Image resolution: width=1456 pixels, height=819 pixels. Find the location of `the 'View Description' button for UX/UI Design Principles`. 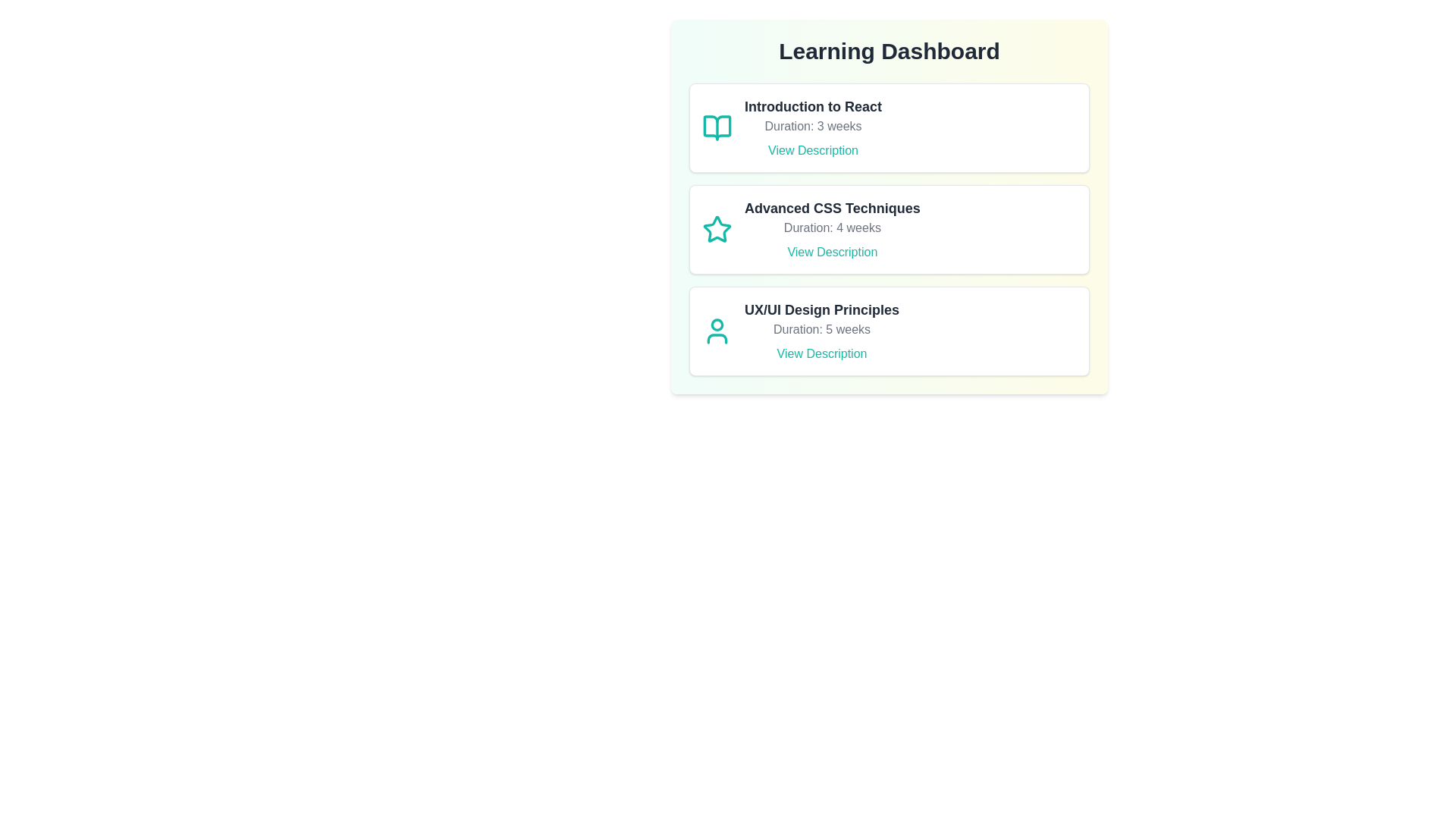

the 'View Description' button for UX/UI Design Principles is located at coordinates (821, 353).